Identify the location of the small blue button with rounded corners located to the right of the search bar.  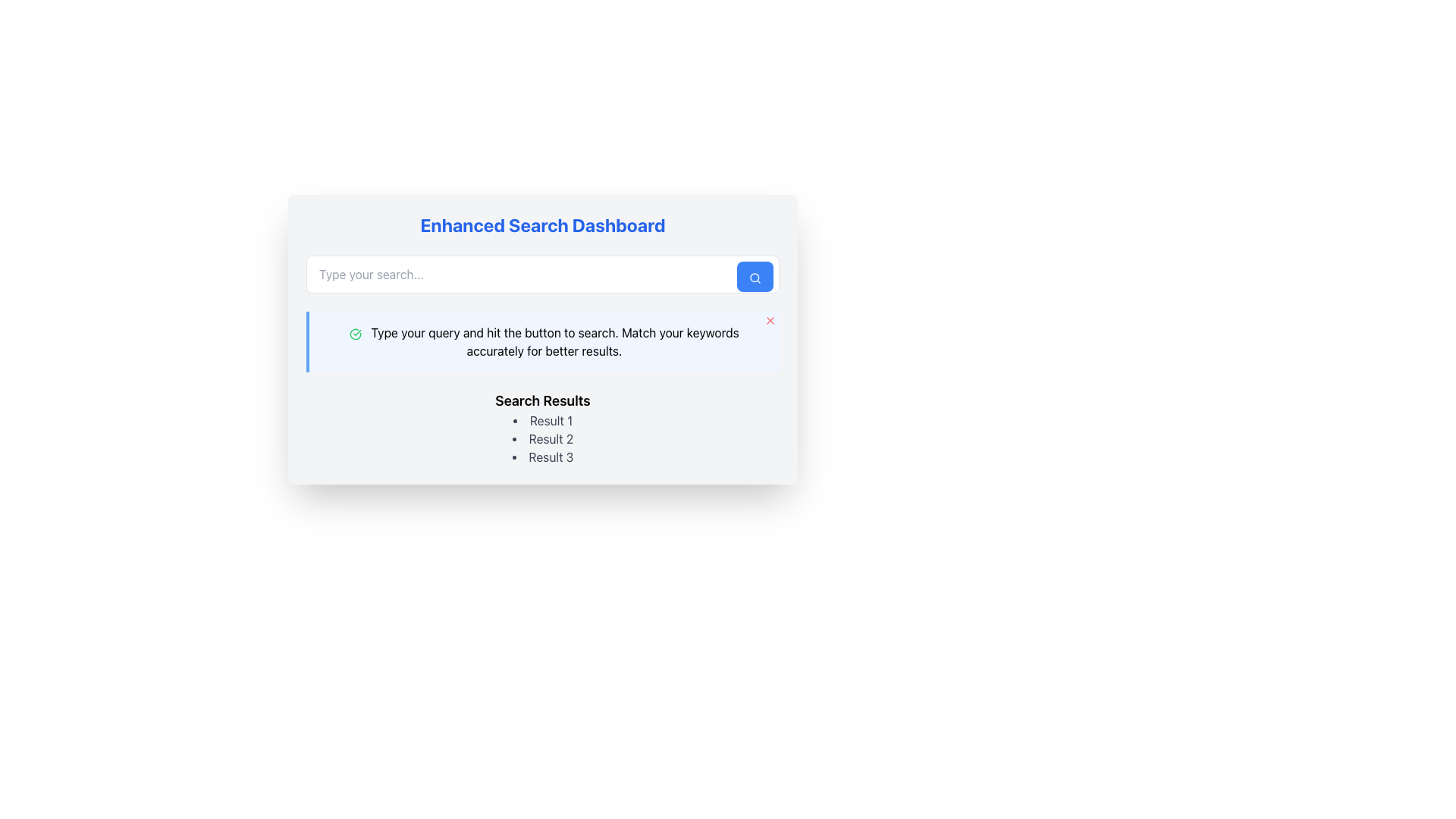
(755, 277).